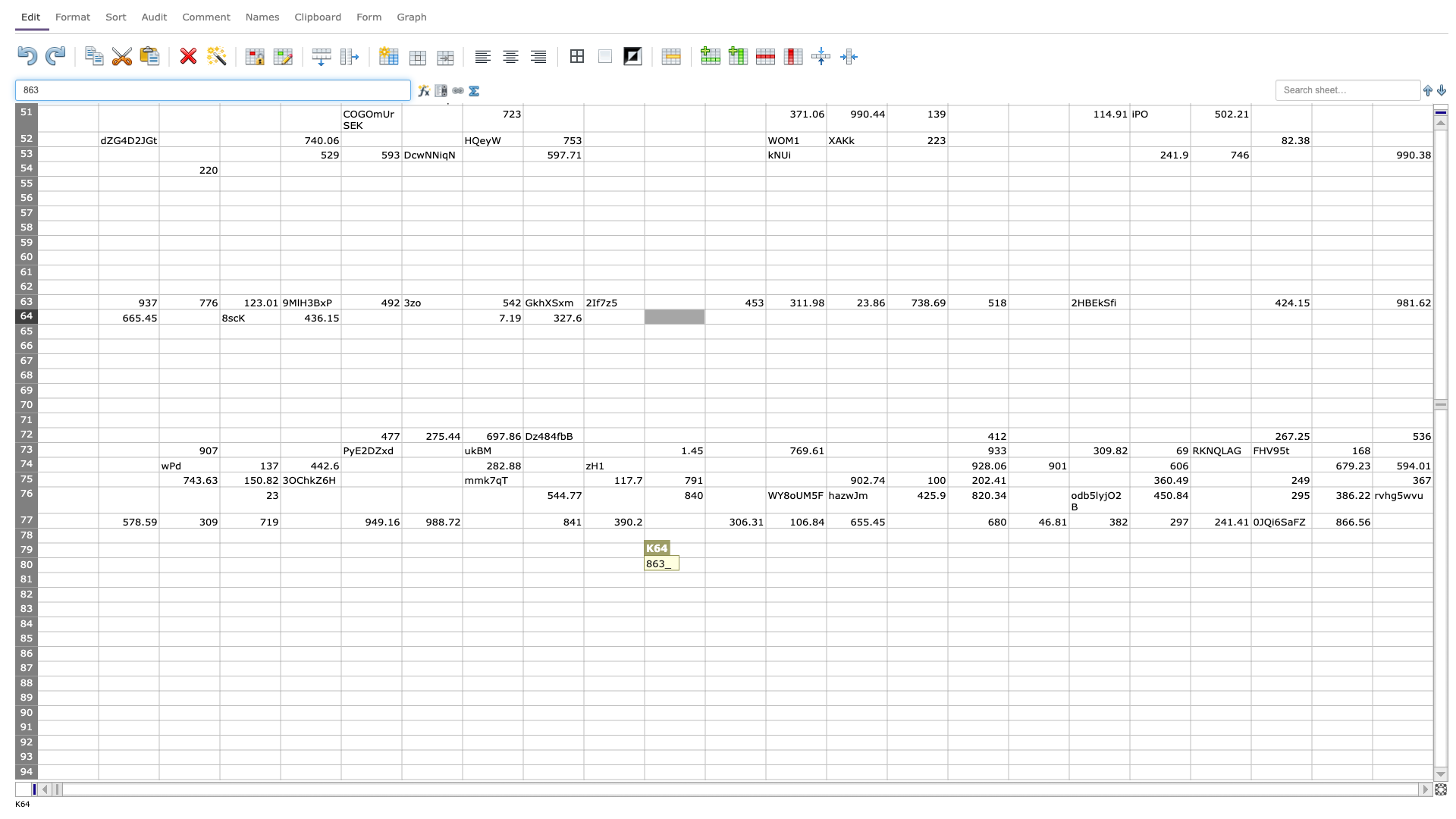 The width and height of the screenshot is (1456, 819). What do you see at coordinates (765, 557) in the screenshot?
I see `top left corner of cell M80` at bounding box center [765, 557].